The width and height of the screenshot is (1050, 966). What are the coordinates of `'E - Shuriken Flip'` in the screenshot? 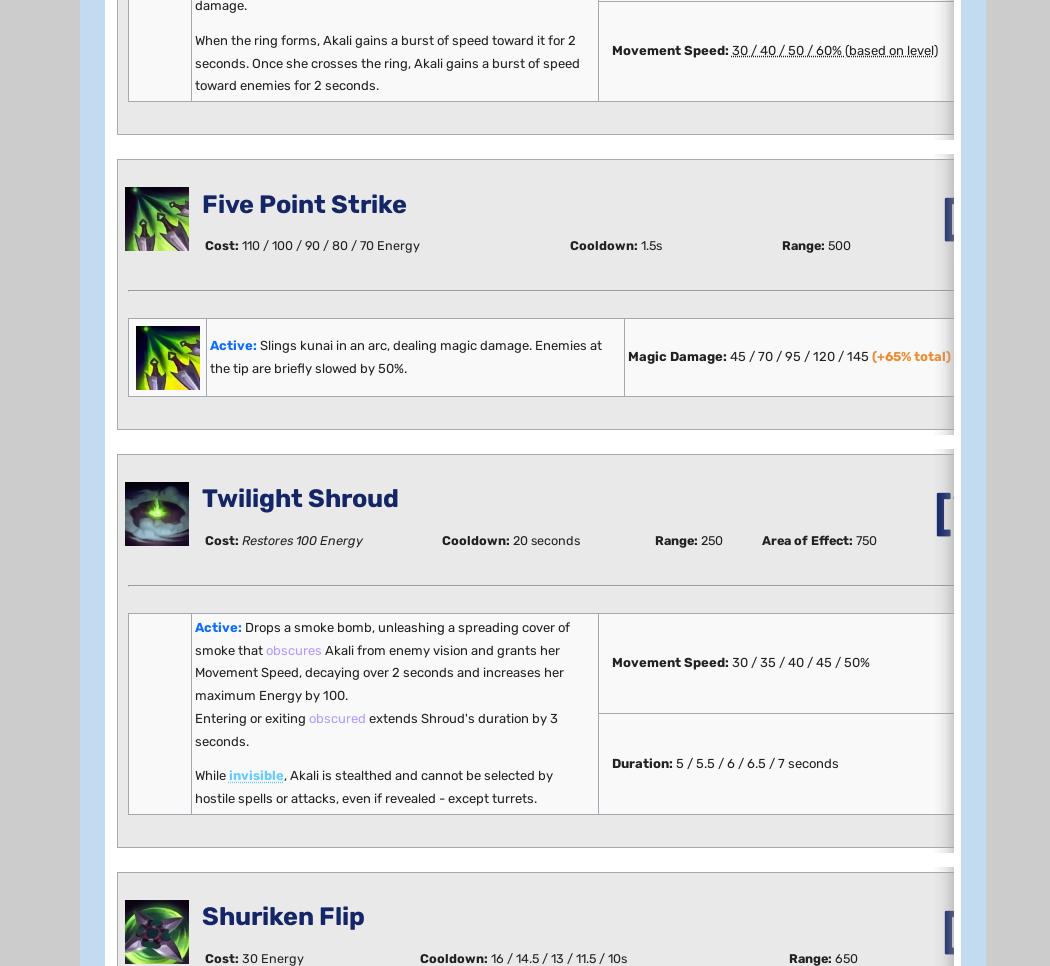 It's located at (218, 601).